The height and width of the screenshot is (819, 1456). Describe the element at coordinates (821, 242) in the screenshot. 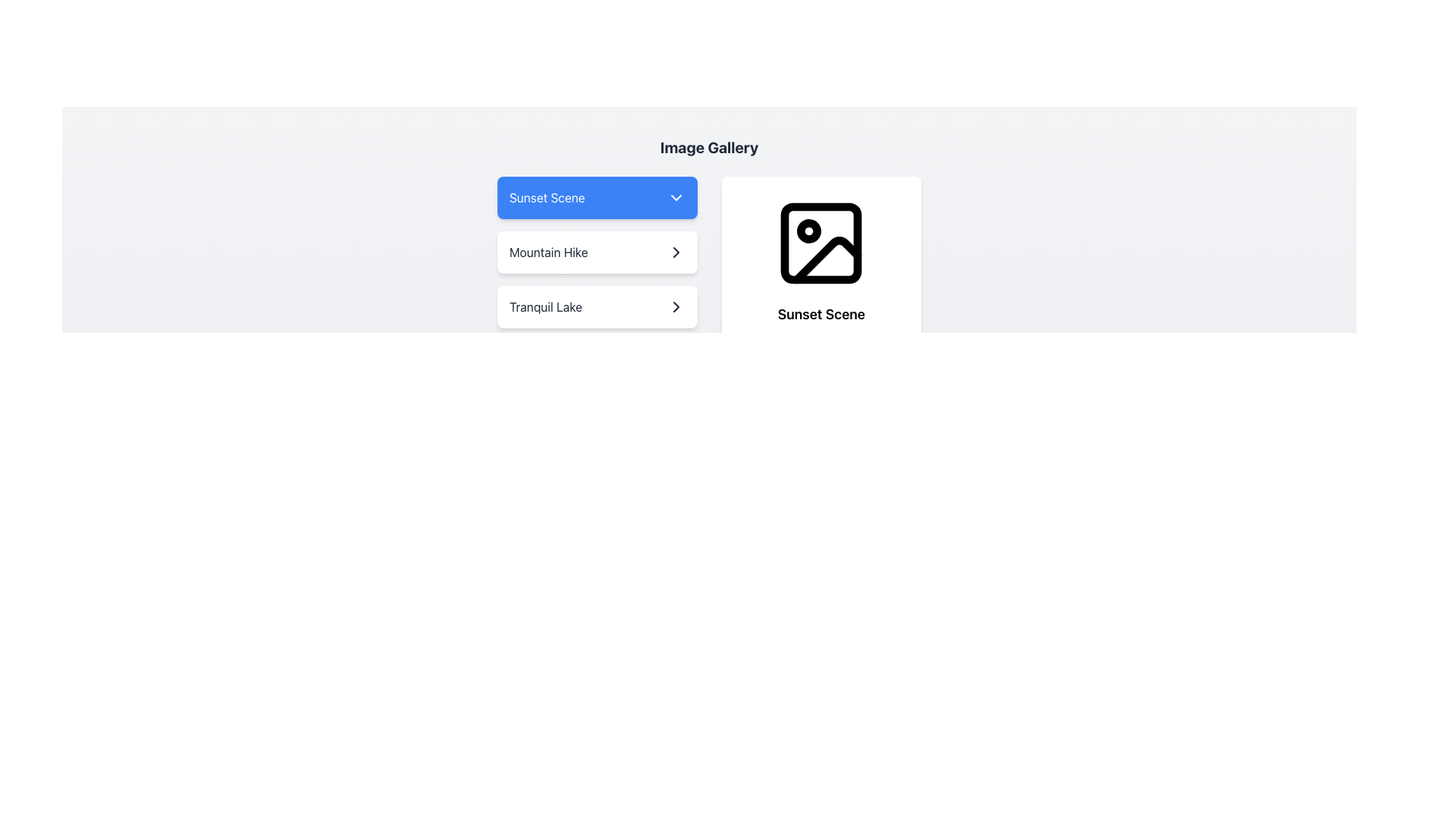

I see `the scenic view icon located centrally above the text 'Sunset Scene' and 'Beautiful sunset at the beach.' in the card interface` at that location.